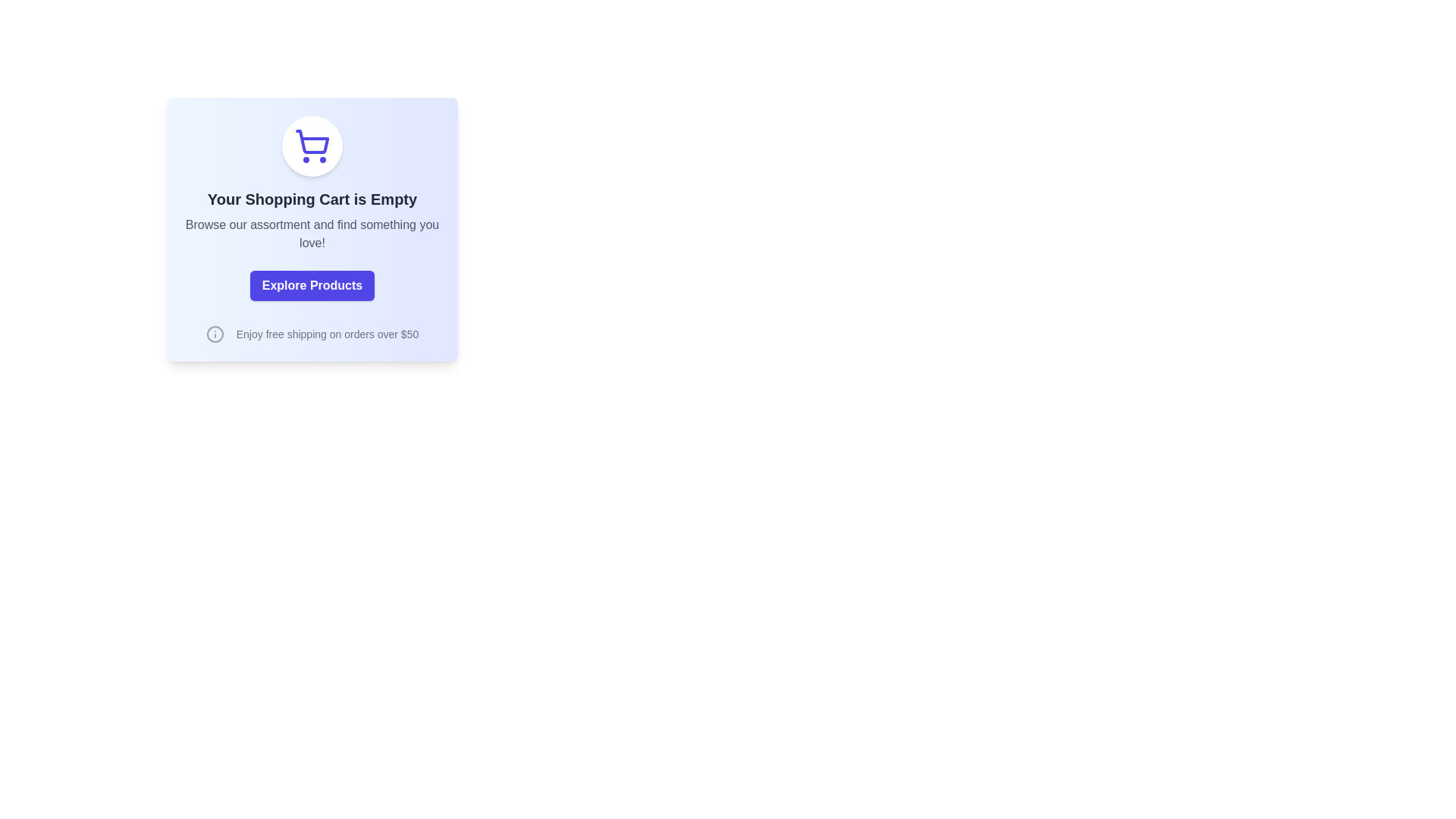 This screenshot has height=819, width=1456. What do you see at coordinates (312, 146) in the screenshot?
I see `the shopping cart icon located at the top left of the interface` at bounding box center [312, 146].